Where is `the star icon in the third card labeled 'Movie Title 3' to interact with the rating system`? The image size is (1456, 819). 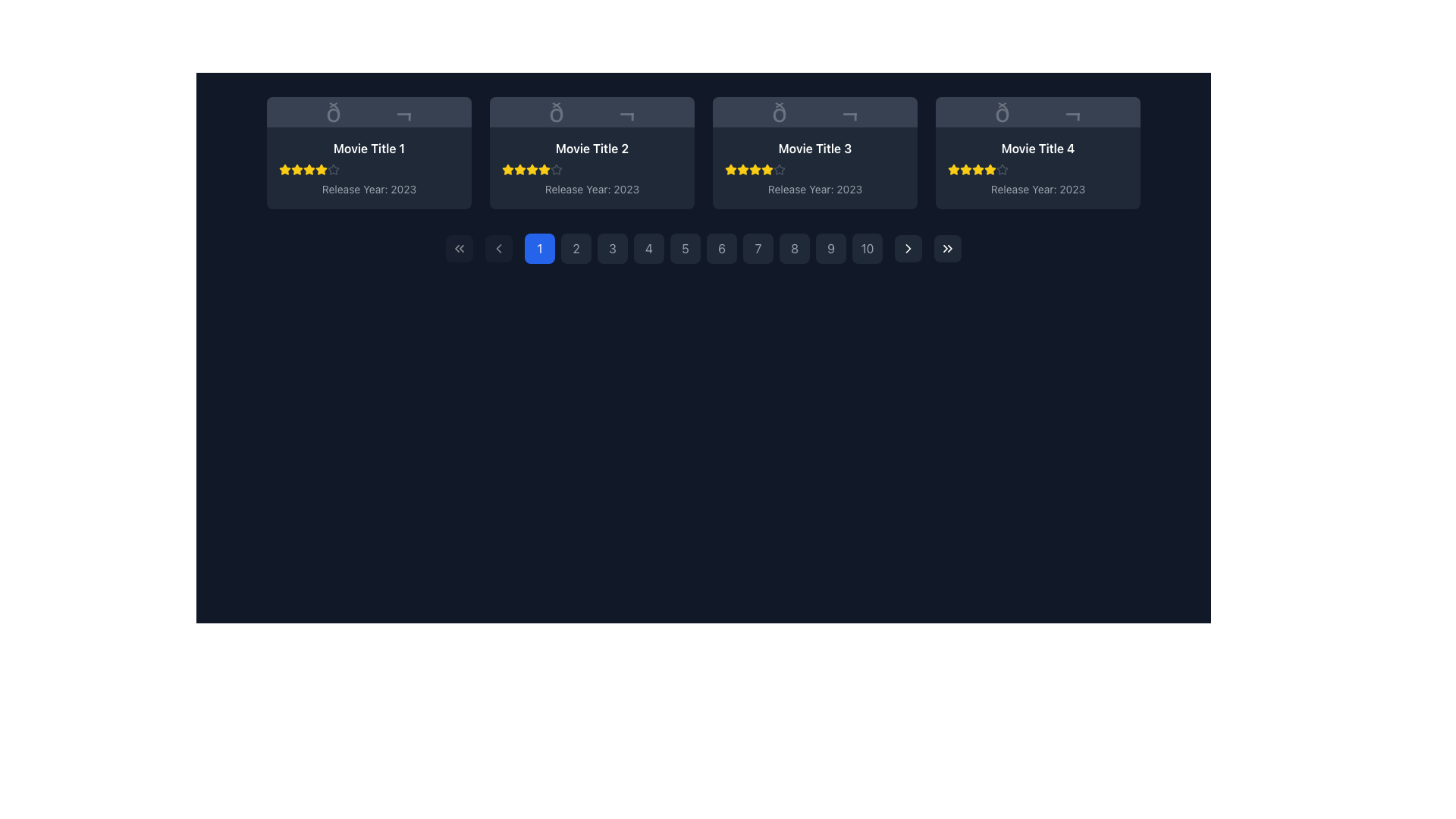 the star icon in the third card labeled 'Movie Title 3' to interact with the rating system is located at coordinates (755, 169).